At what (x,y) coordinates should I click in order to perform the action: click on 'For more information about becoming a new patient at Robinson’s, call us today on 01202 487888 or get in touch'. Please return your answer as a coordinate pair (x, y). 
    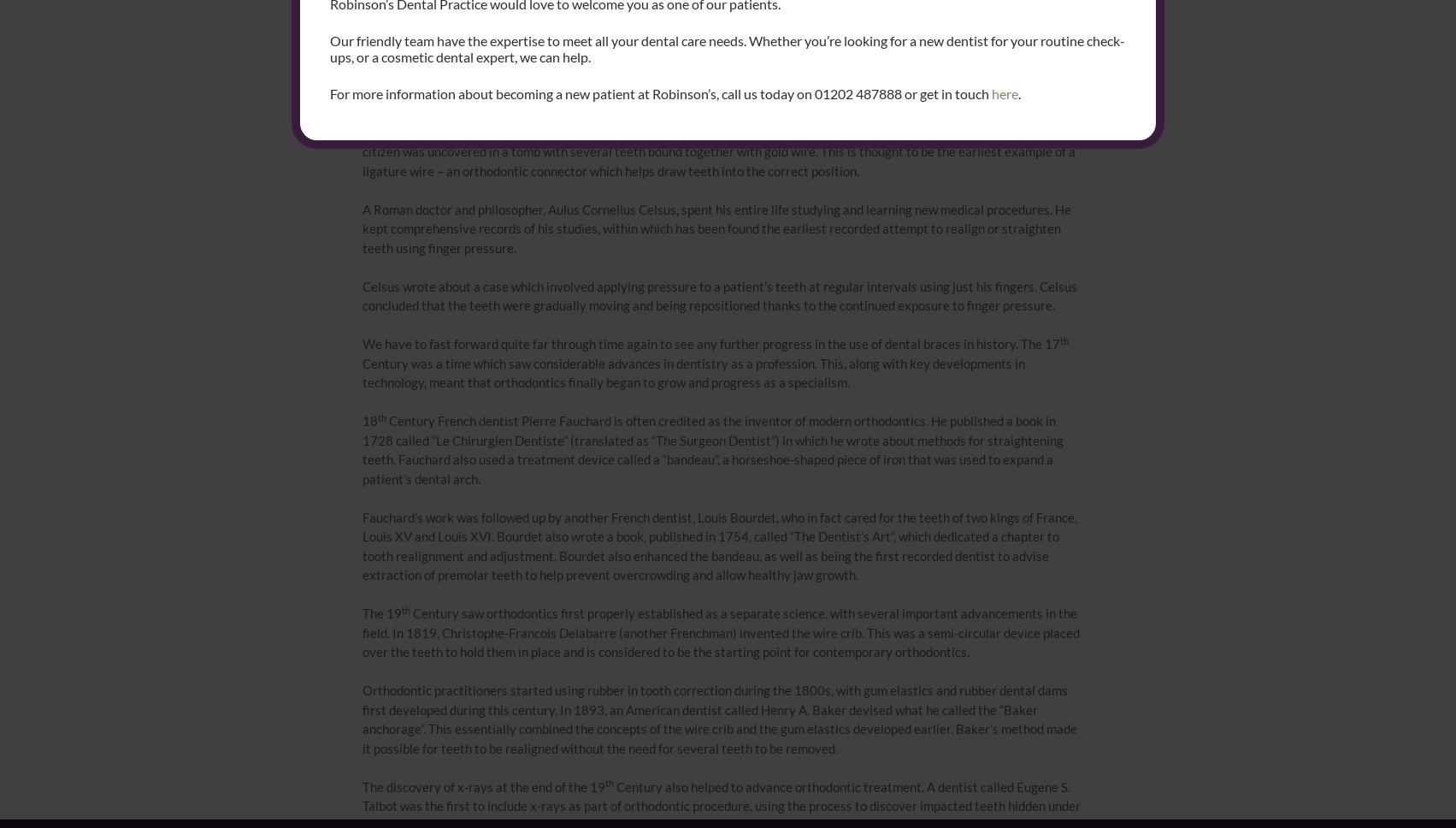
    Looking at the image, I should click on (659, 93).